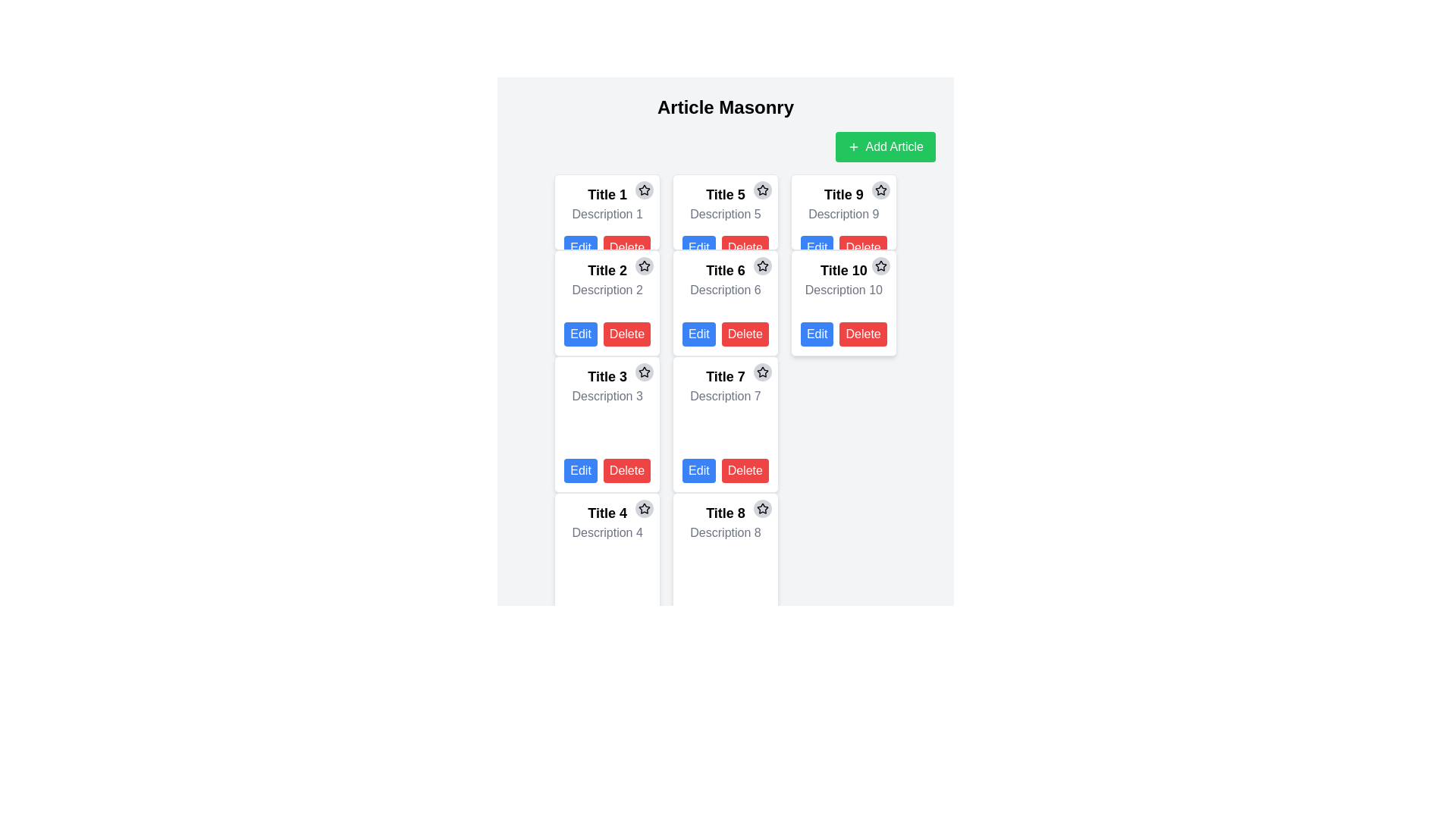  What do you see at coordinates (645, 265) in the screenshot?
I see `the favorite icon located at the top-right corner of the second card in the second column of the grid layout near the title 'Title 2'` at bounding box center [645, 265].